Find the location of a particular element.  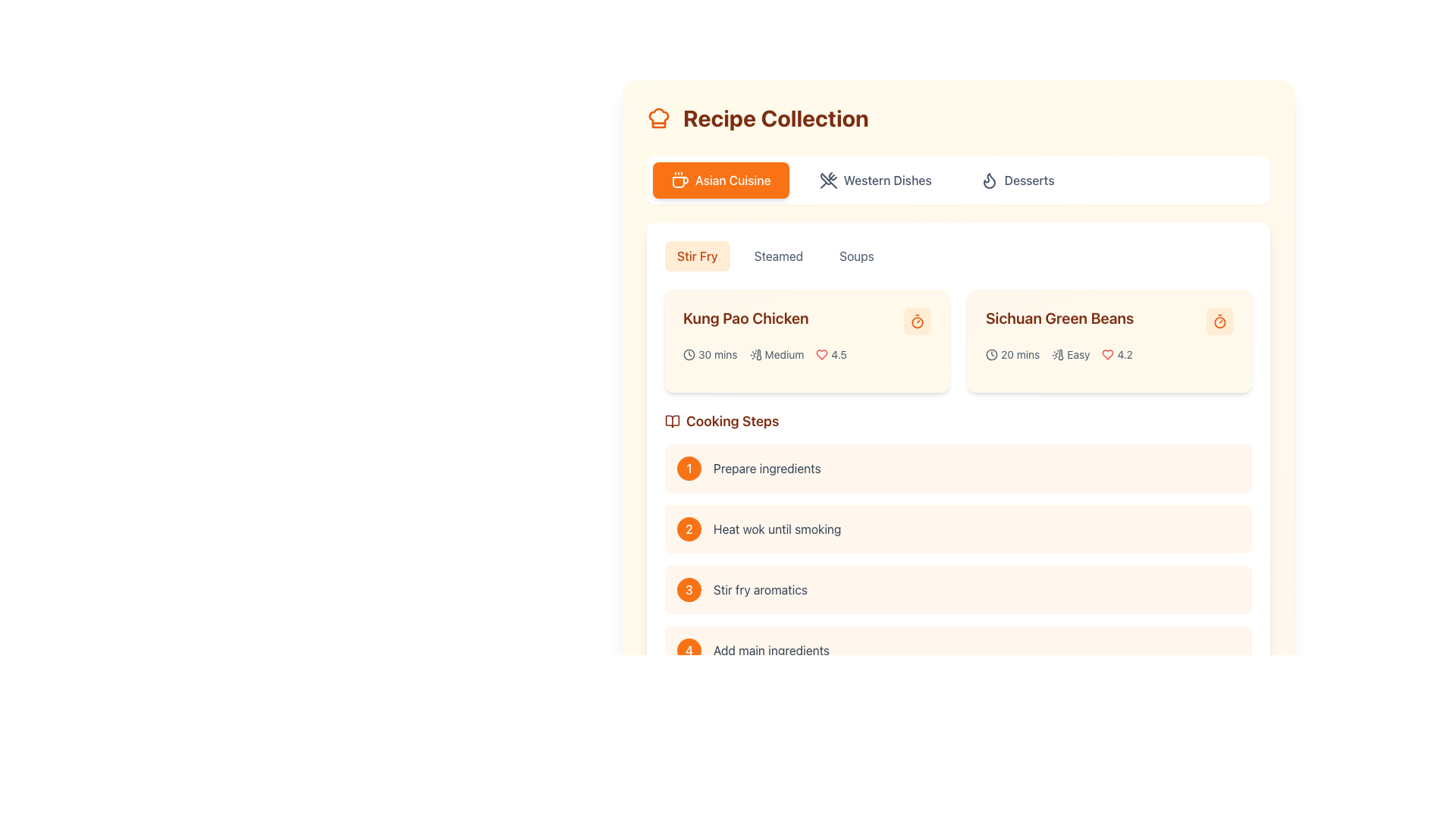

the circular icon button with a timer design located at the top-right corner of the 'Sichuan Green Beans' recipe card is located at coordinates (1219, 321).